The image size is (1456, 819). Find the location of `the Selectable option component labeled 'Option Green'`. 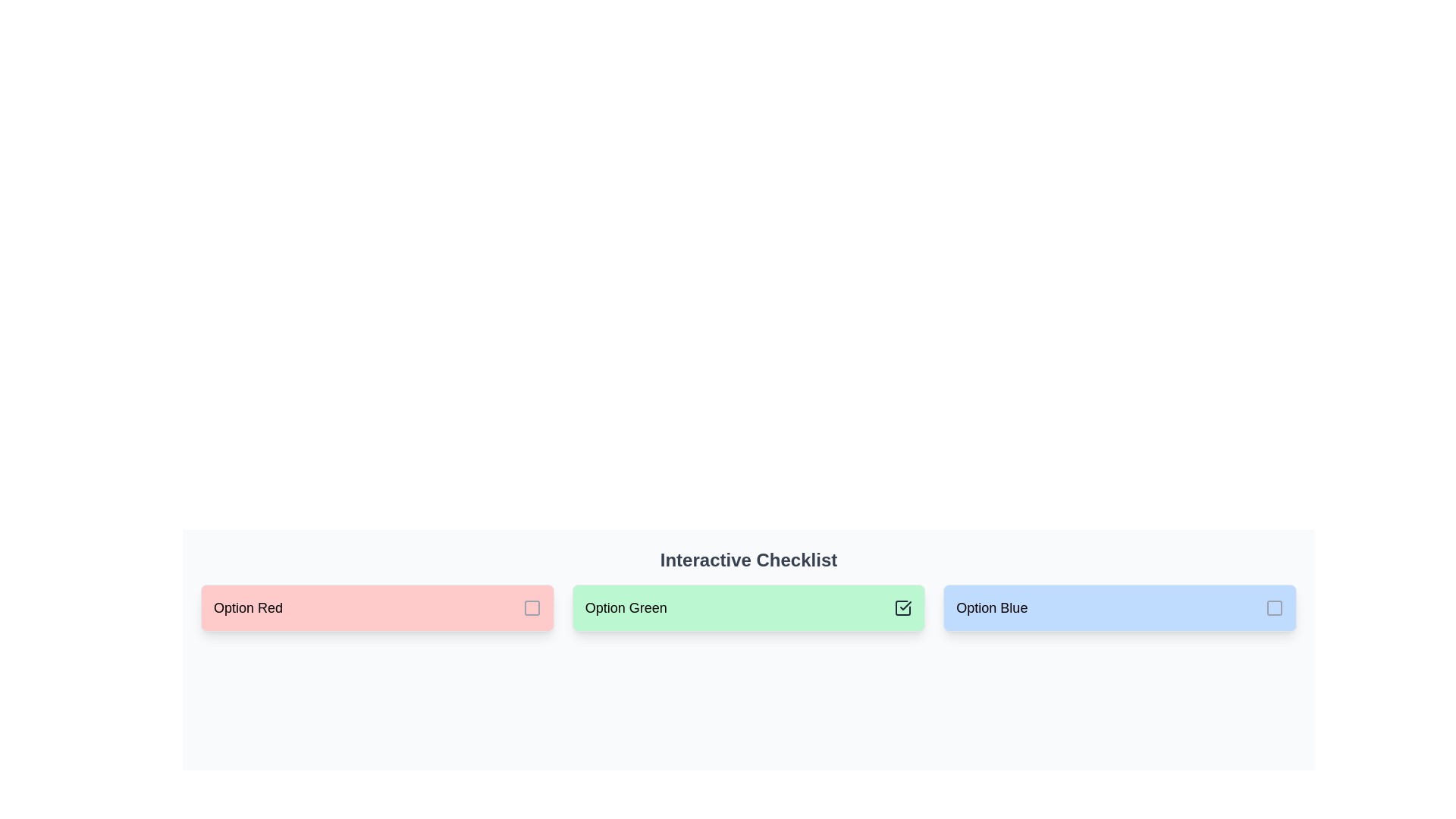

the Selectable option component labeled 'Option Green' is located at coordinates (748, 607).